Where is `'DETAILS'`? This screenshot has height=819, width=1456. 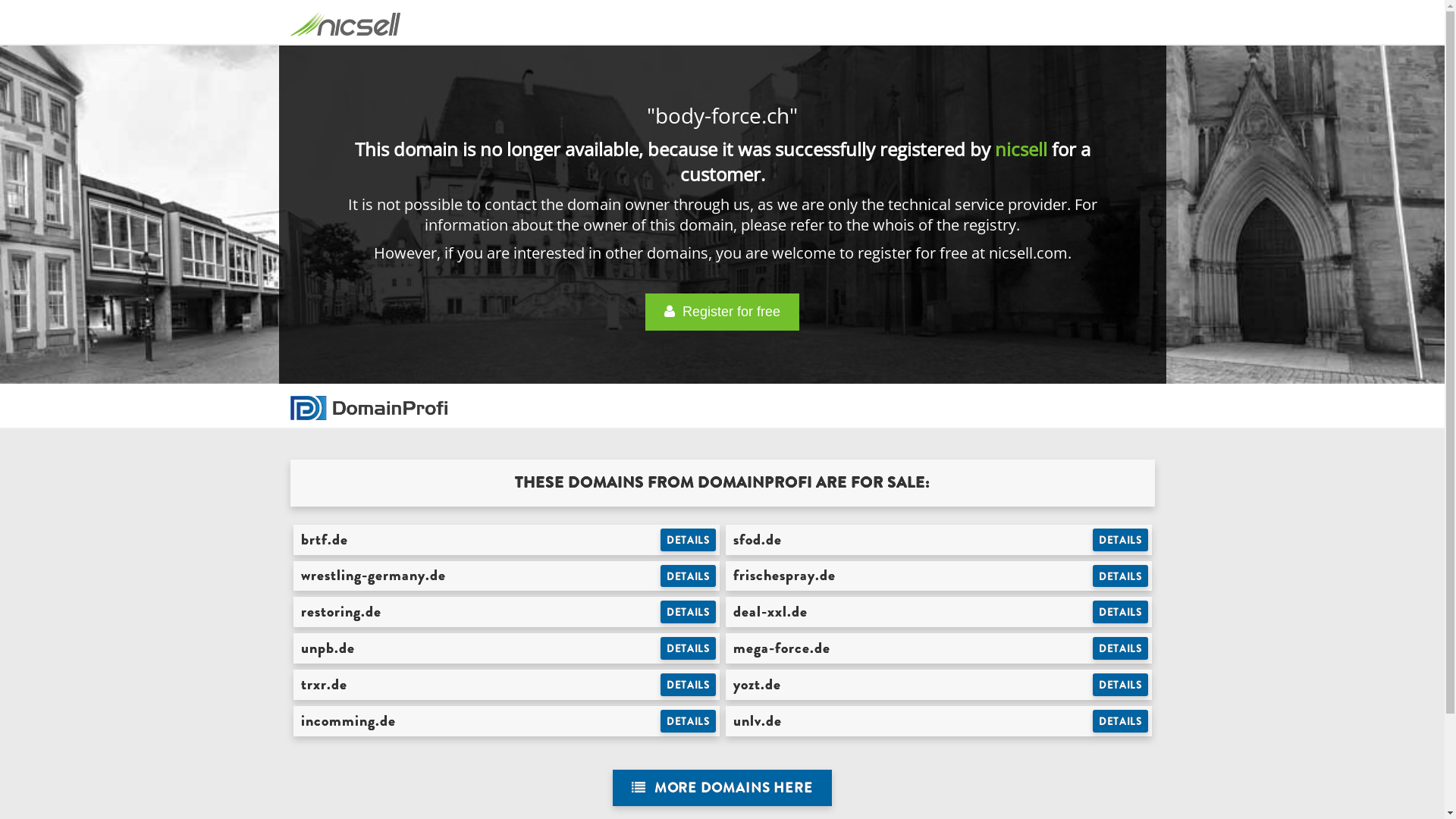 'DETAILS' is located at coordinates (1120, 610).